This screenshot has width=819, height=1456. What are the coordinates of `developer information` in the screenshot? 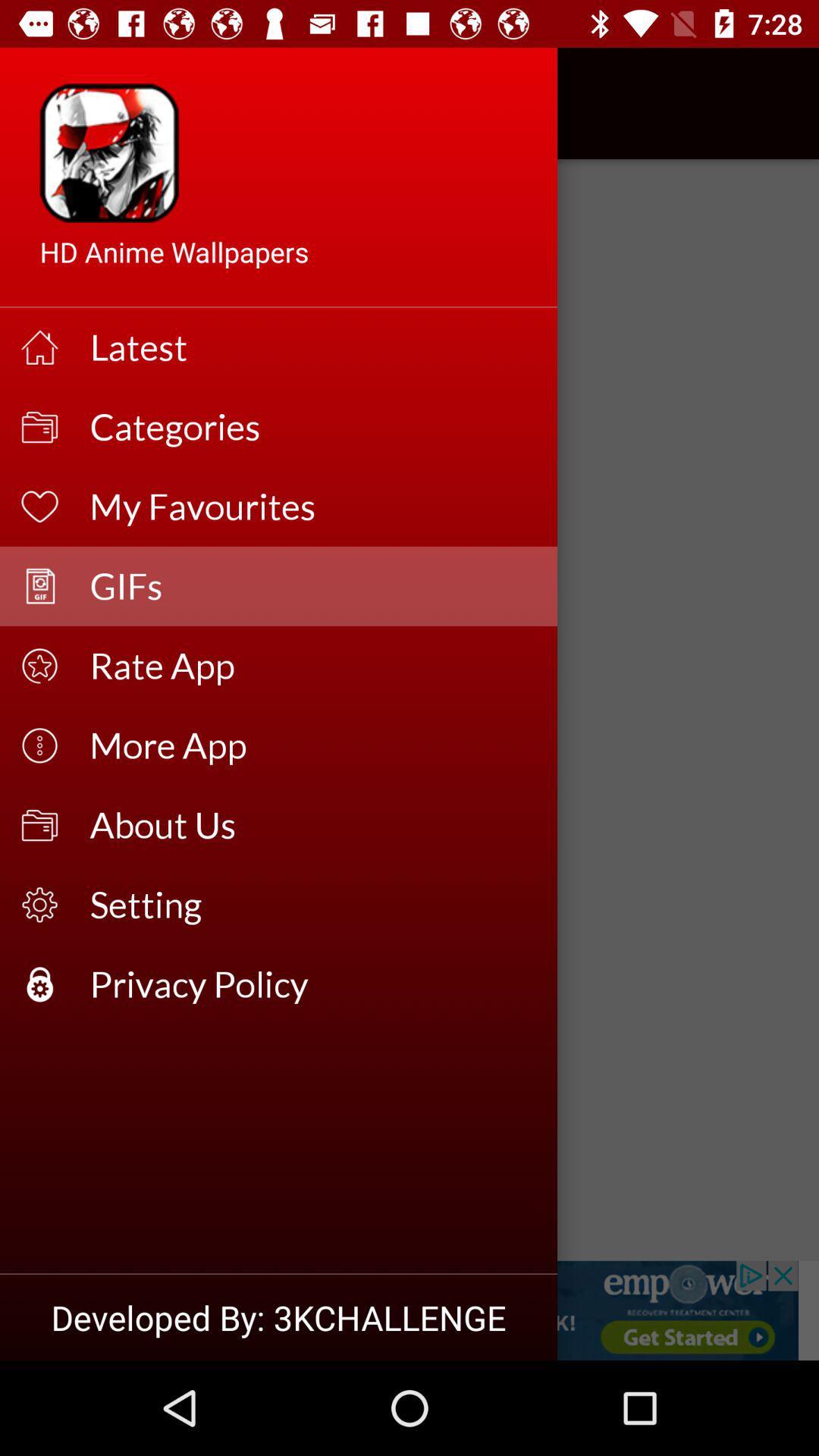 It's located at (409, 1310).